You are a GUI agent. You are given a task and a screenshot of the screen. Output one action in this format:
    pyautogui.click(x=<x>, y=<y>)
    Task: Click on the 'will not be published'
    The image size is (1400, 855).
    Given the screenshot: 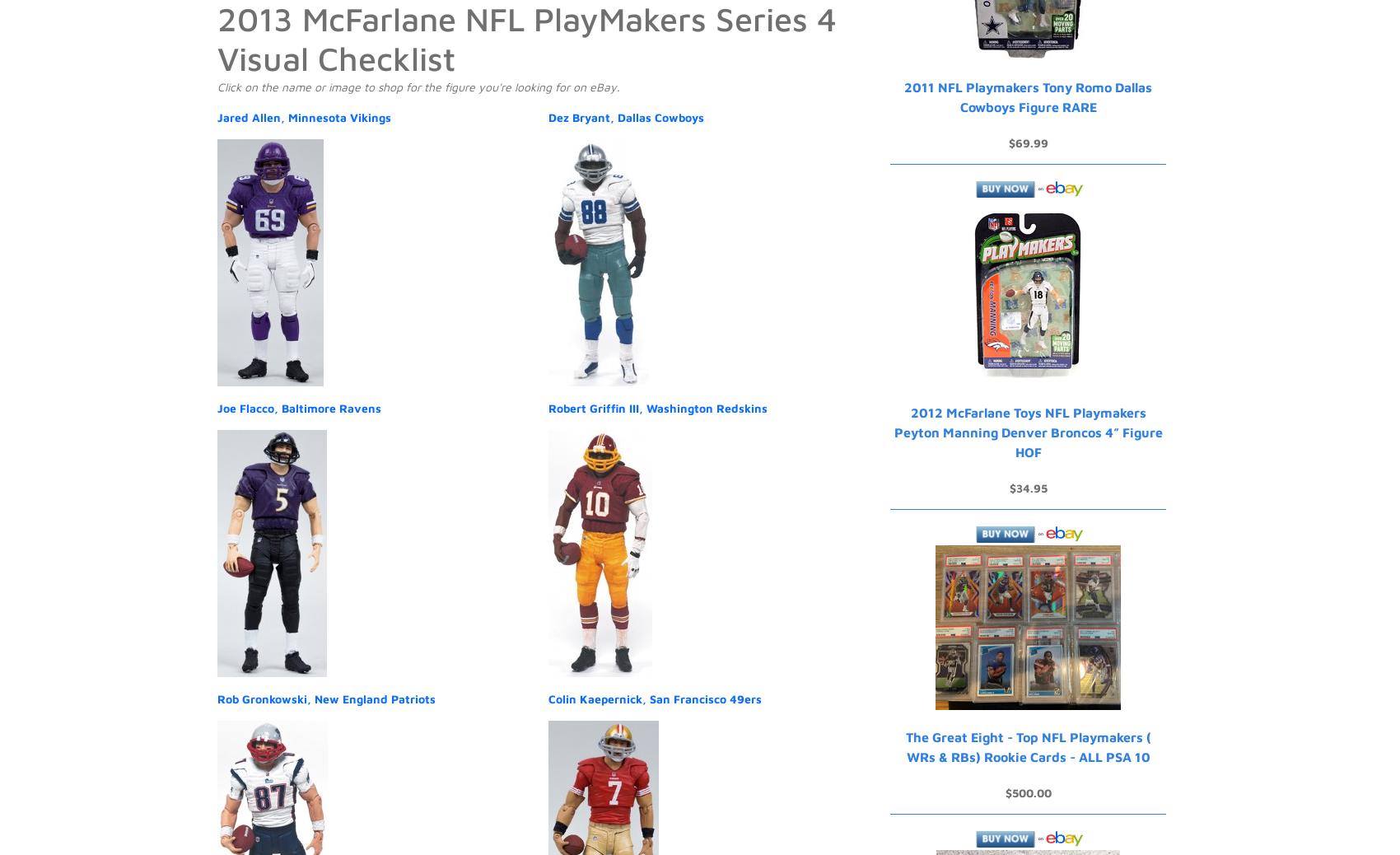 What is the action you would take?
    pyautogui.click(x=384, y=283)
    